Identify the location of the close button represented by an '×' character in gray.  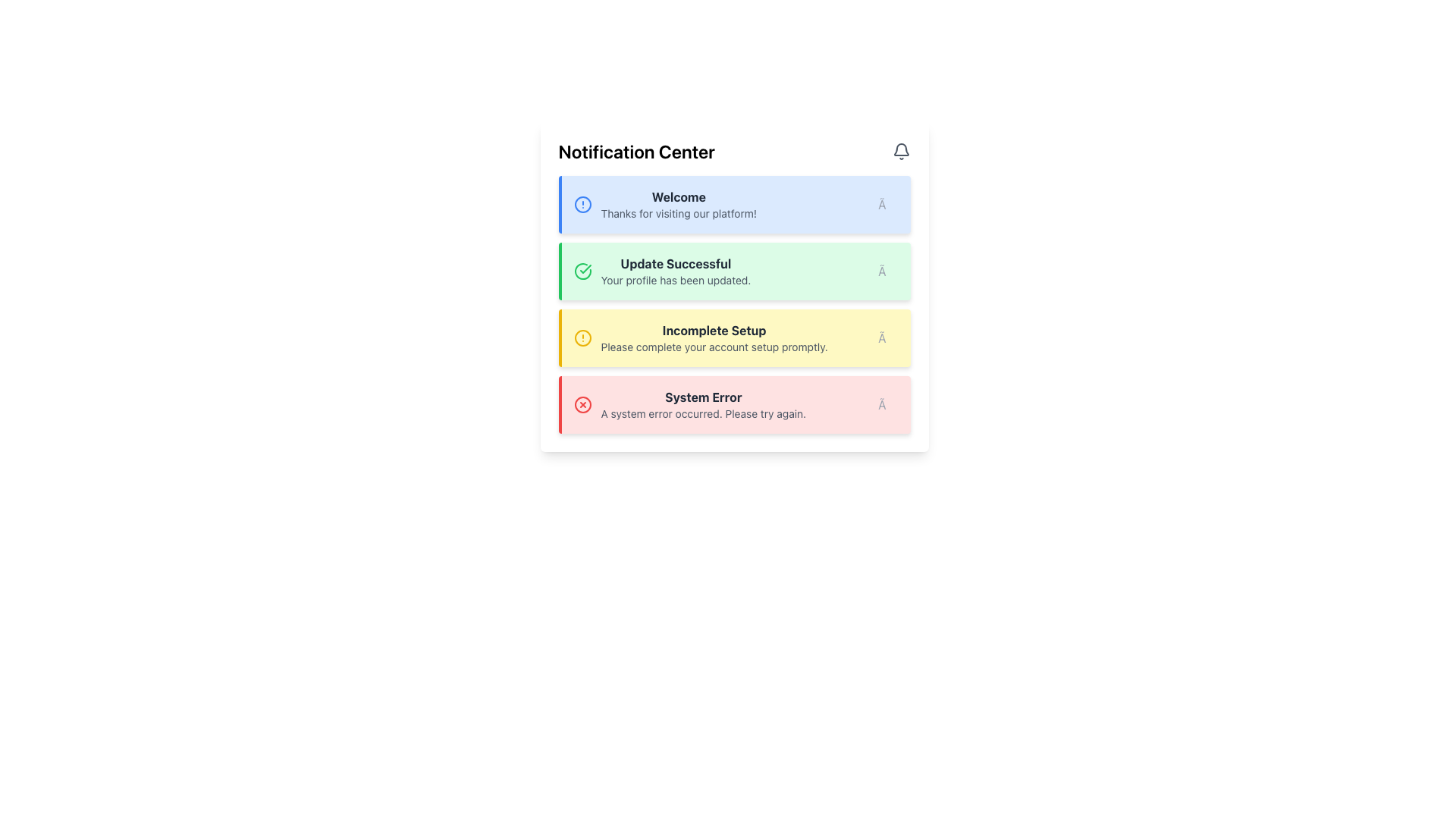
(888, 337).